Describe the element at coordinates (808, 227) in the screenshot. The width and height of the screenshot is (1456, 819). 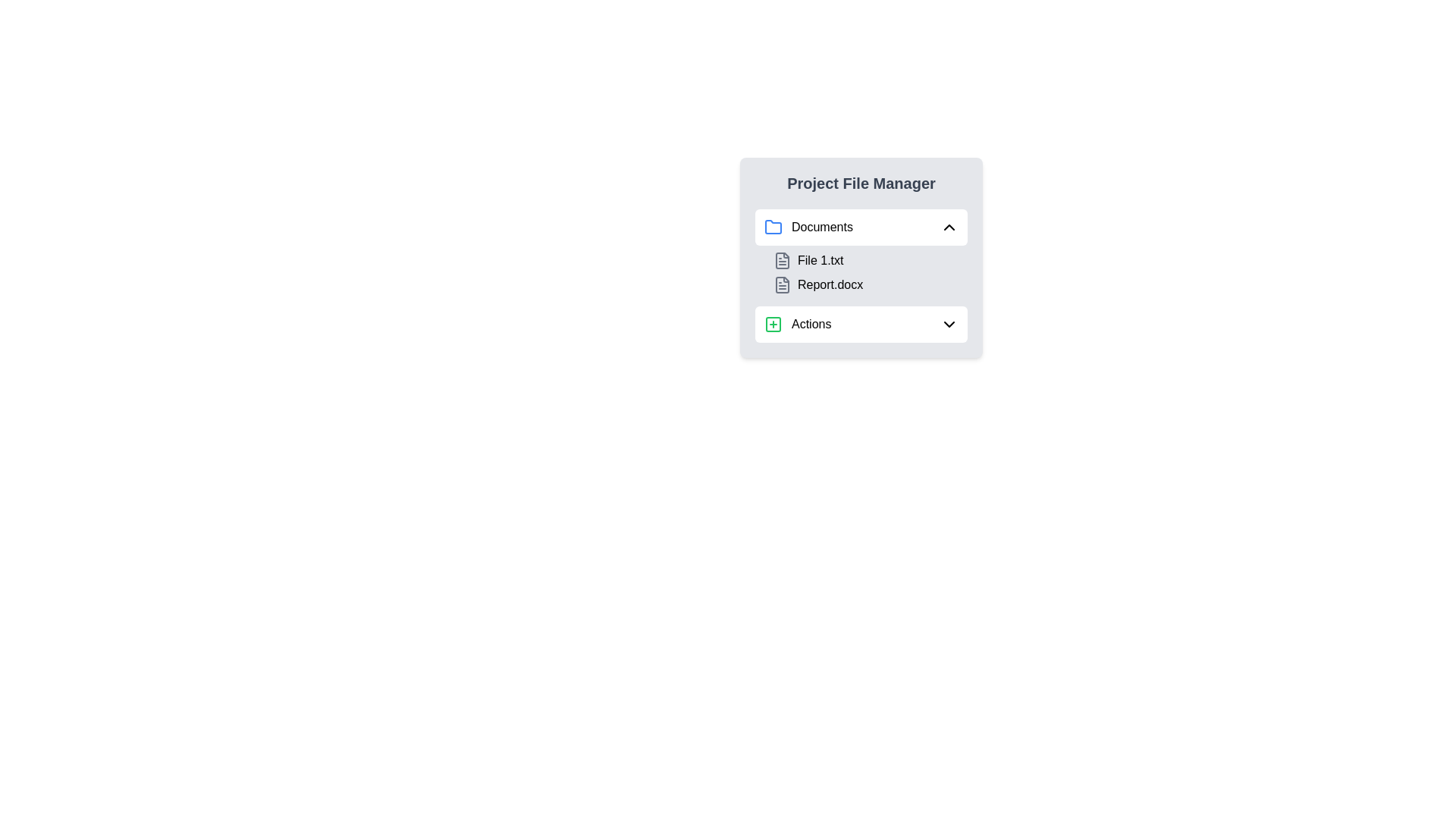
I see `the 'Documents' label with a blue folder icon located at the top-left of the 'Project File Manager' panel` at that location.